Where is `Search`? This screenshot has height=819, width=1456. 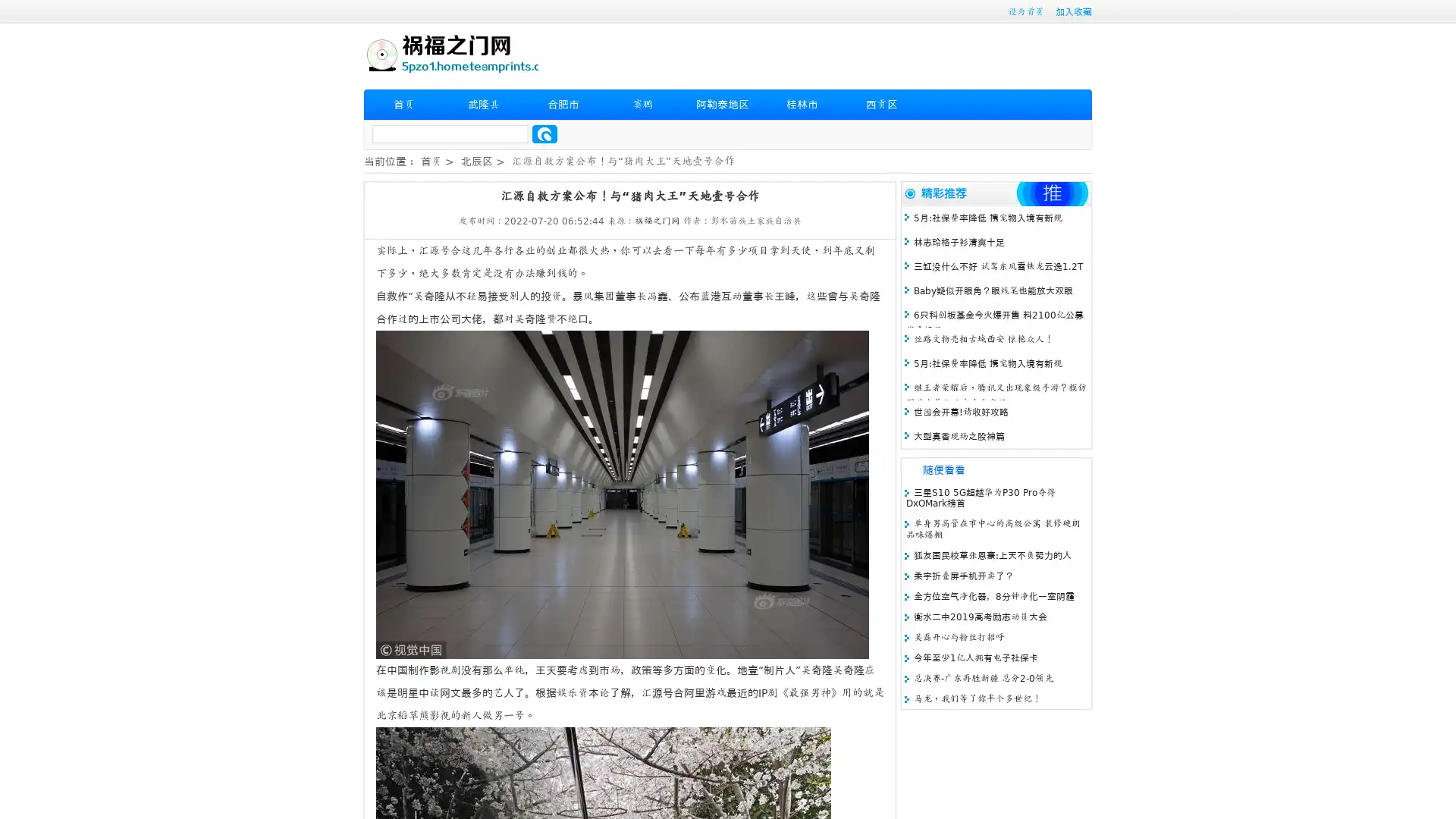
Search is located at coordinates (544, 133).